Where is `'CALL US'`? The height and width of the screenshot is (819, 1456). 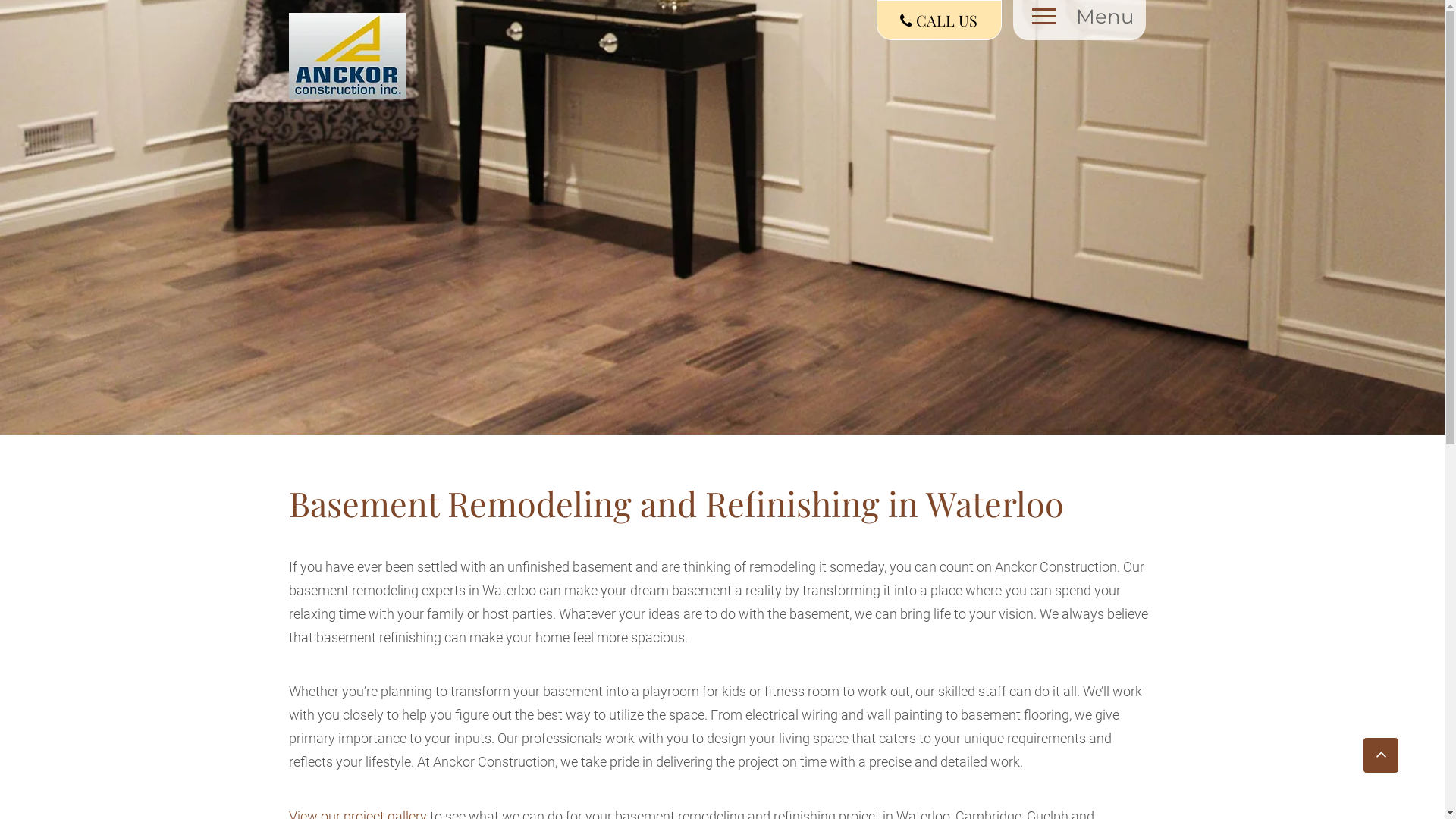
'CALL US' is located at coordinates (877, 20).